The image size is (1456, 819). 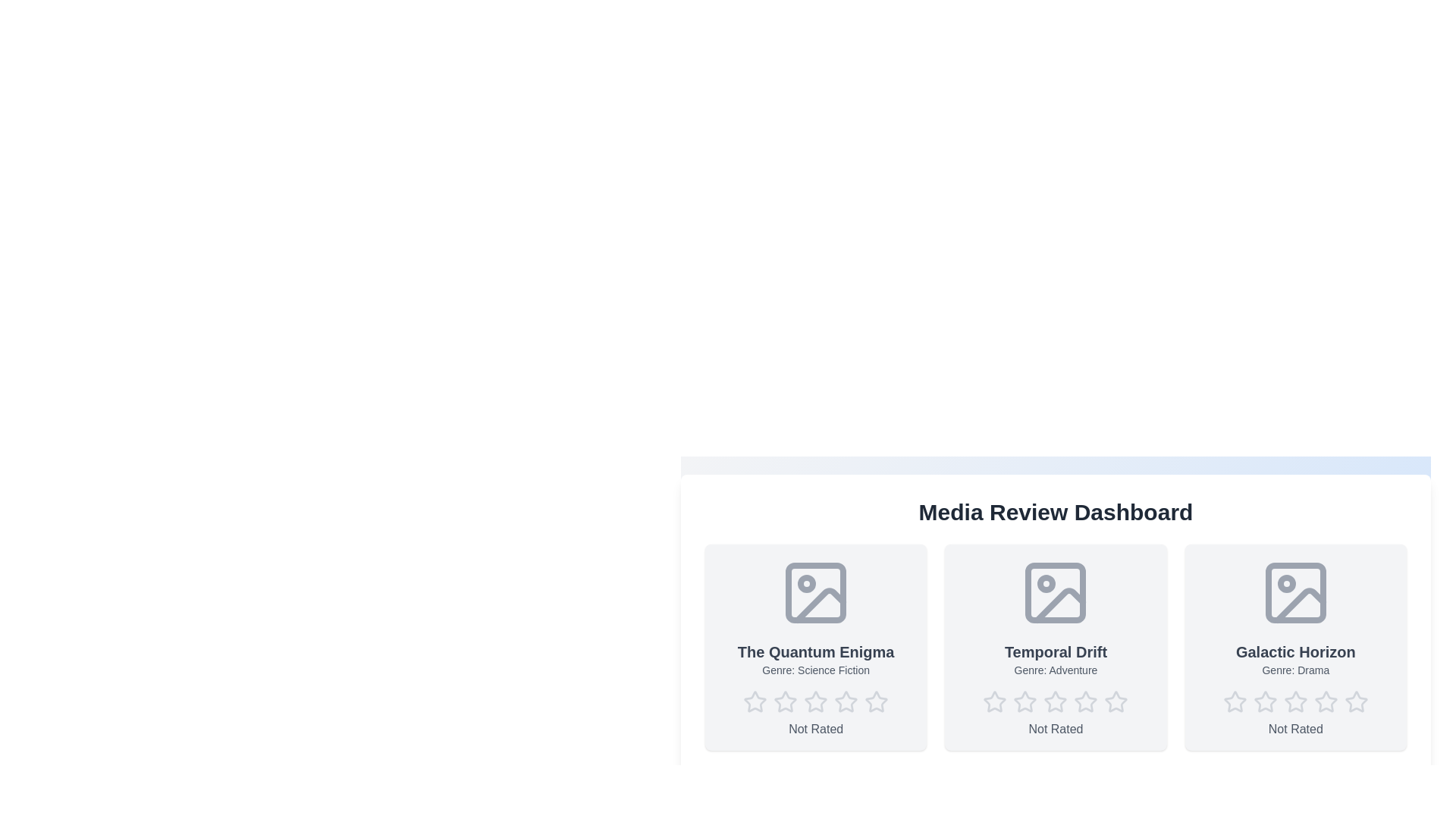 I want to click on the media card for Galactic Horizon, so click(x=1294, y=647).